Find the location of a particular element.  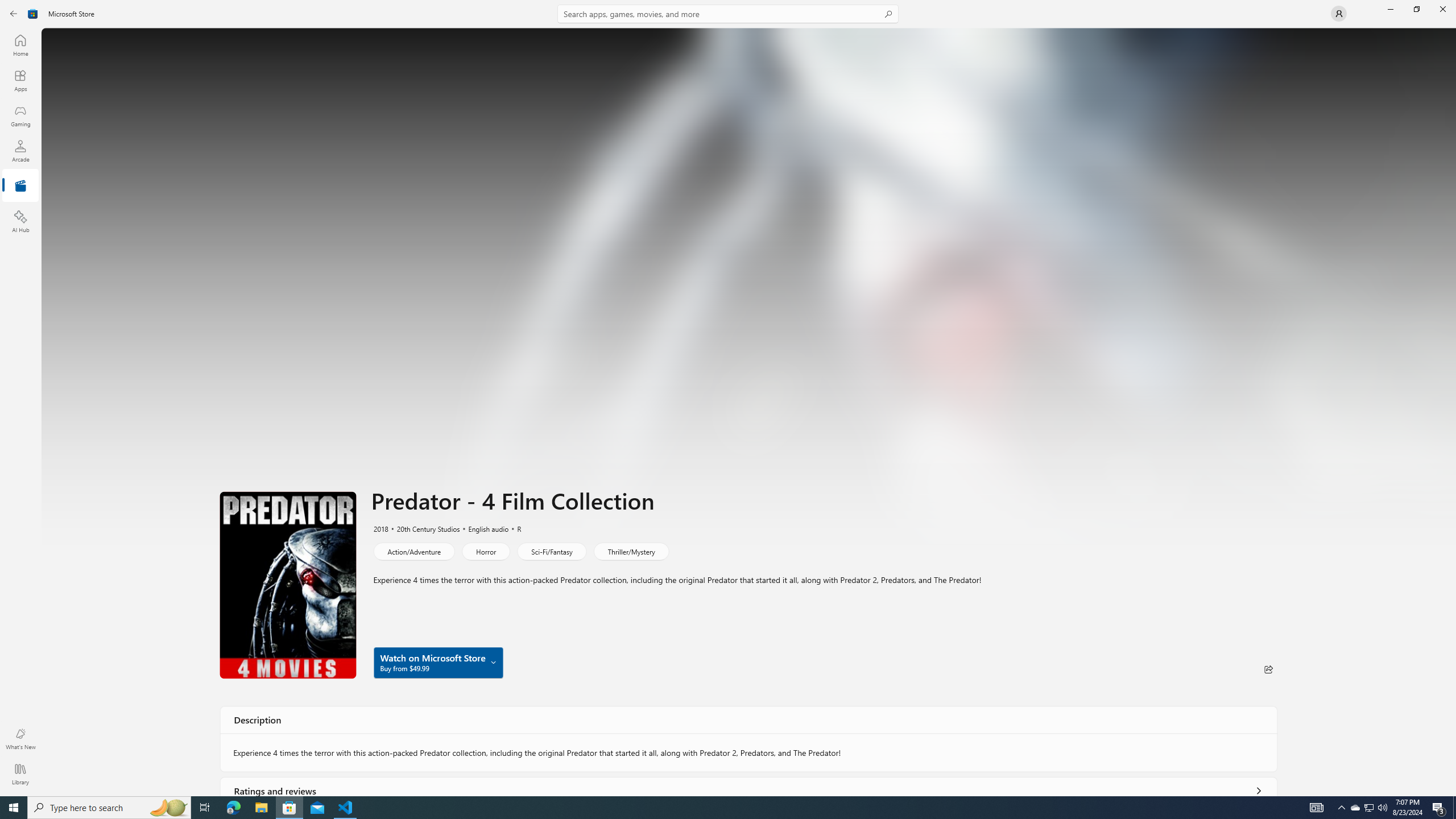

'Sci-Fi/Fantasy' is located at coordinates (552, 551).